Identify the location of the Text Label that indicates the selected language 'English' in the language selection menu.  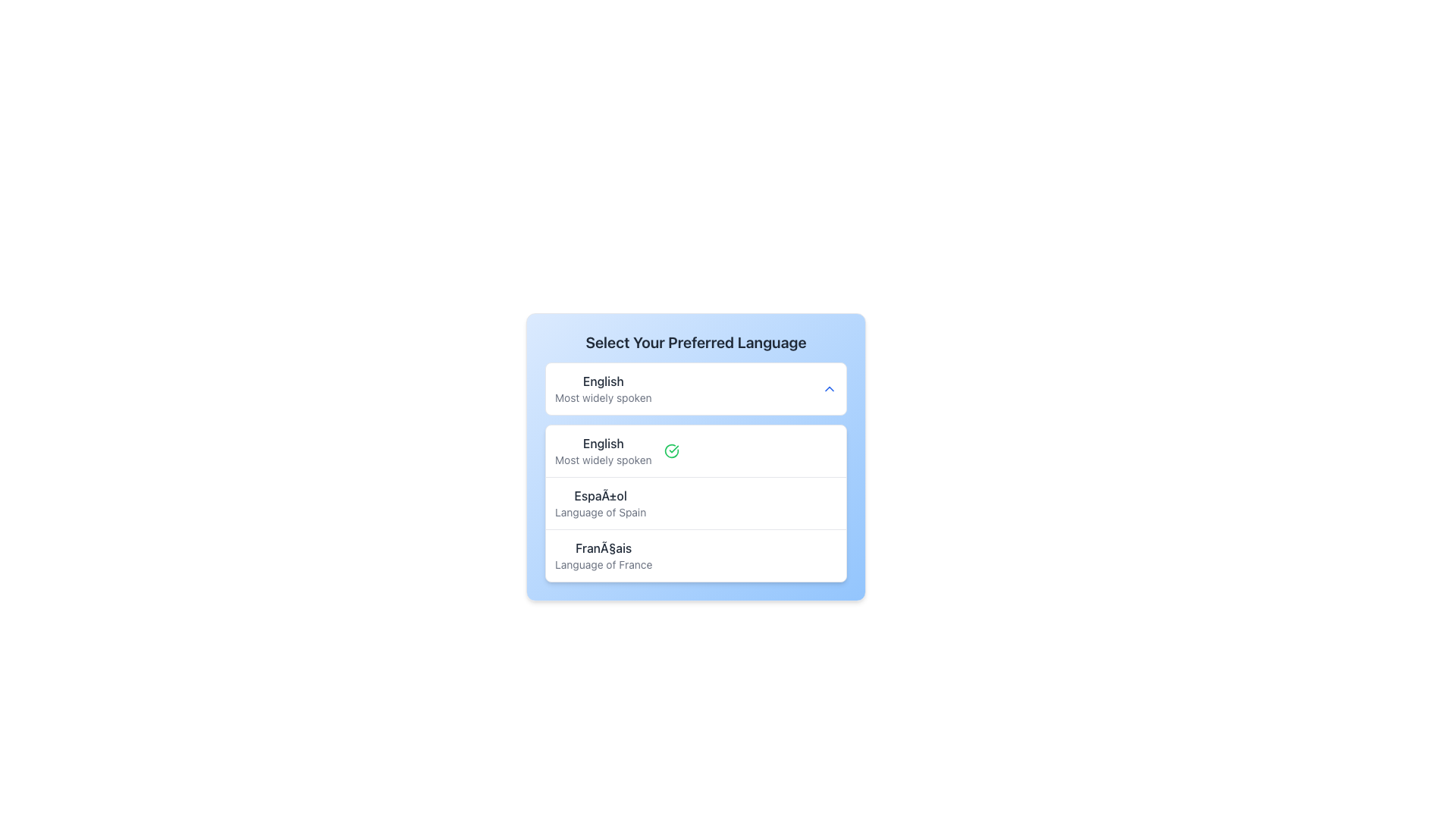
(602, 380).